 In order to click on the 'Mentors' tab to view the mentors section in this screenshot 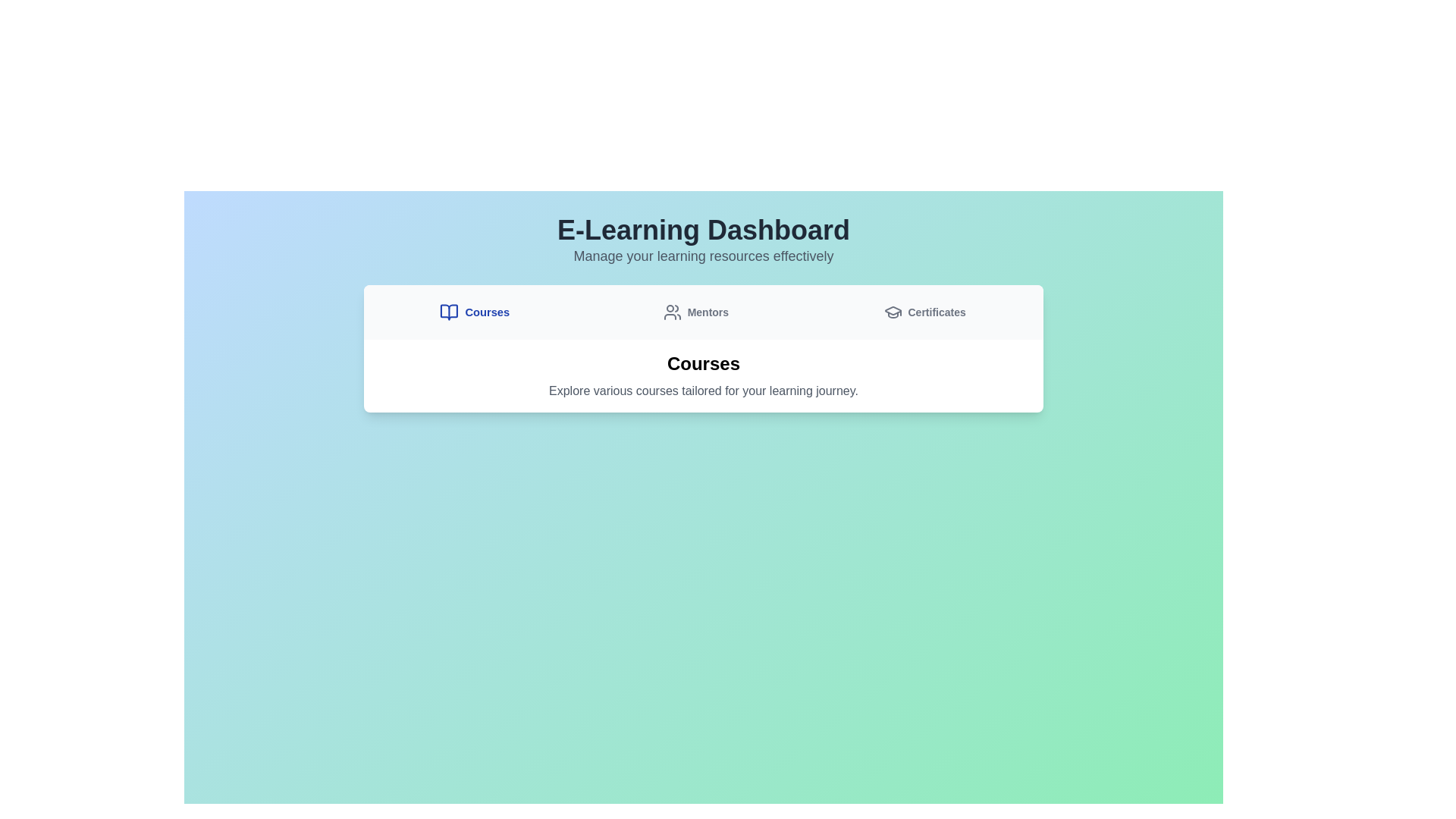, I will do `click(695, 312)`.